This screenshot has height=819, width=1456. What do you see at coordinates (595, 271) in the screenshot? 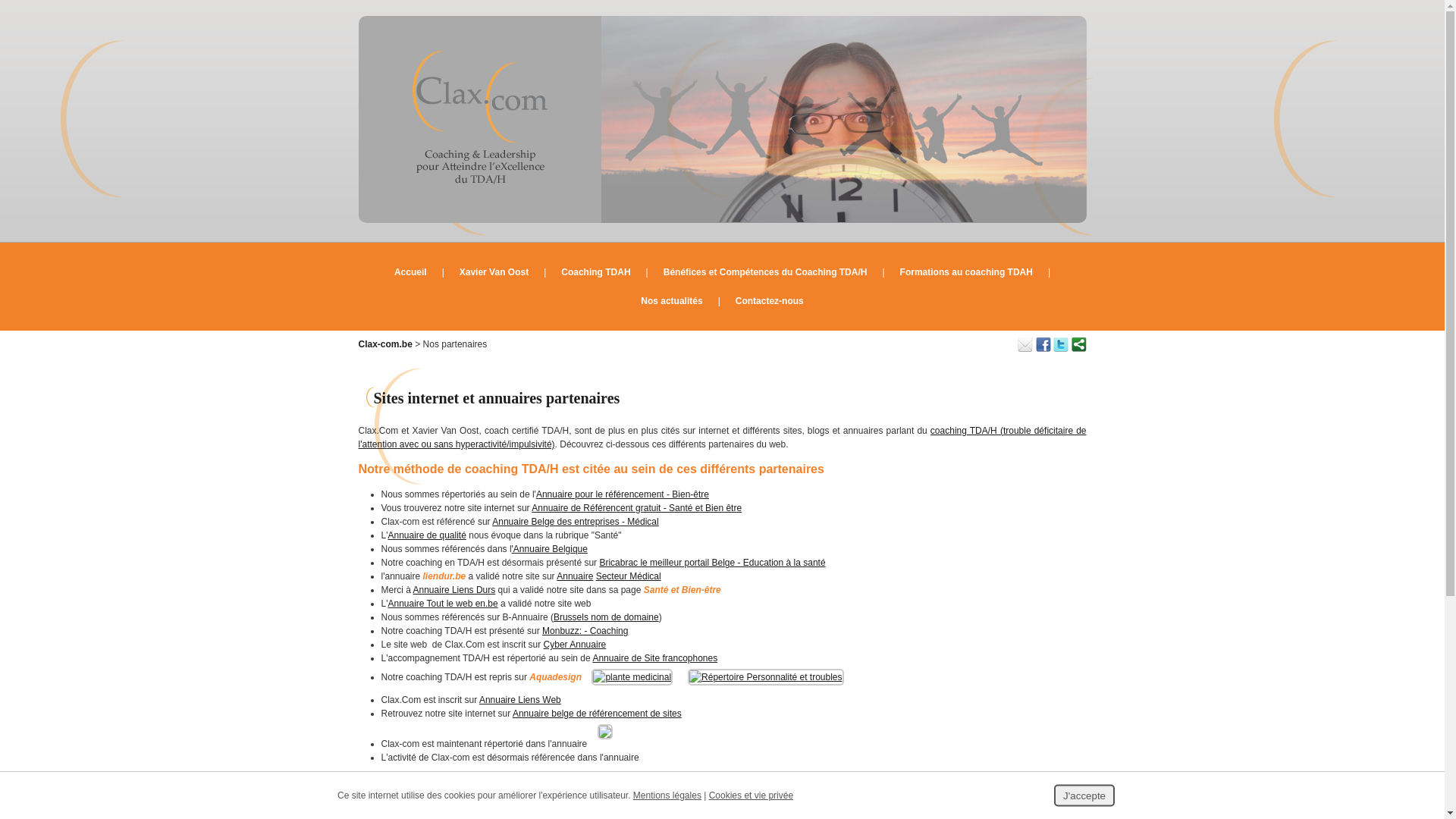
I see `'Coaching TDAH'` at bounding box center [595, 271].